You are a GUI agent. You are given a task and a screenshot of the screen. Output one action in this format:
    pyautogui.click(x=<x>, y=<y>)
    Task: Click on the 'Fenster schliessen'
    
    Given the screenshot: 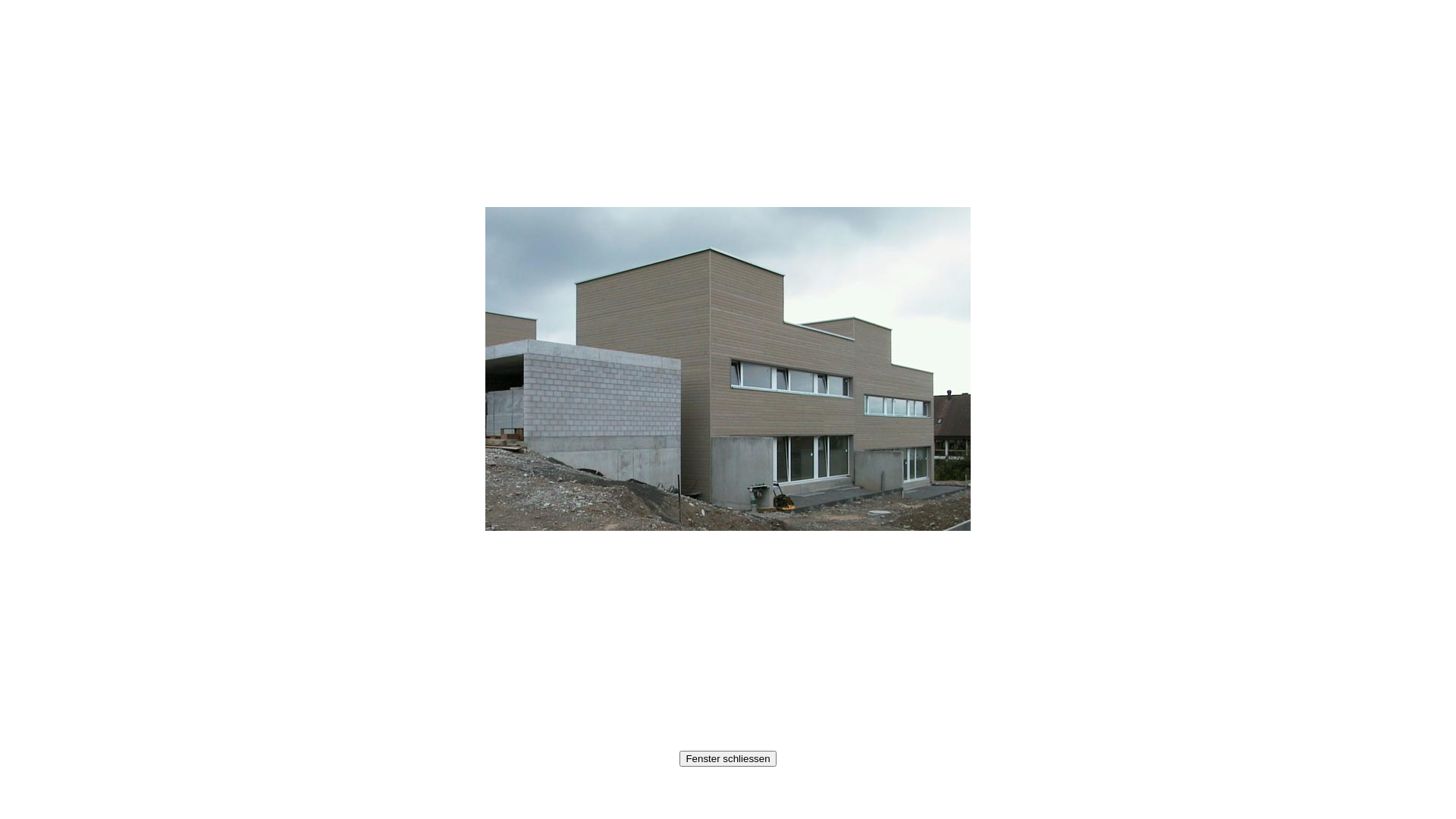 What is the action you would take?
    pyautogui.click(x=726, y=758)
    